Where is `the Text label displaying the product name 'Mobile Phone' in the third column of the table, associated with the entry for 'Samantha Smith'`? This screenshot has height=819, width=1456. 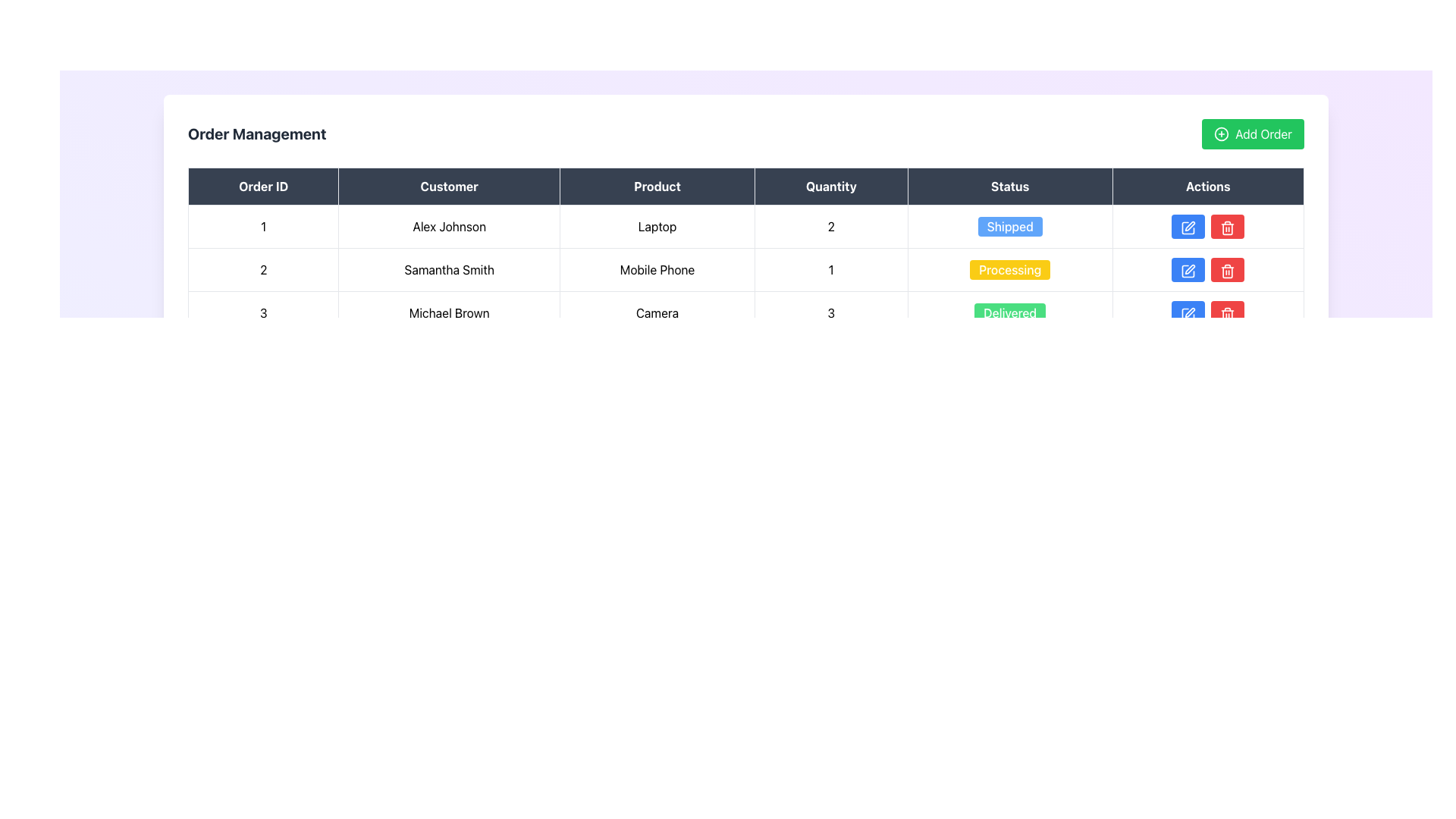
the Text label displaying the product name 'Mobile Phone' in the third column of the table, associated with the entry for 'Samantha Smith' is located at coordinates (657, 268).